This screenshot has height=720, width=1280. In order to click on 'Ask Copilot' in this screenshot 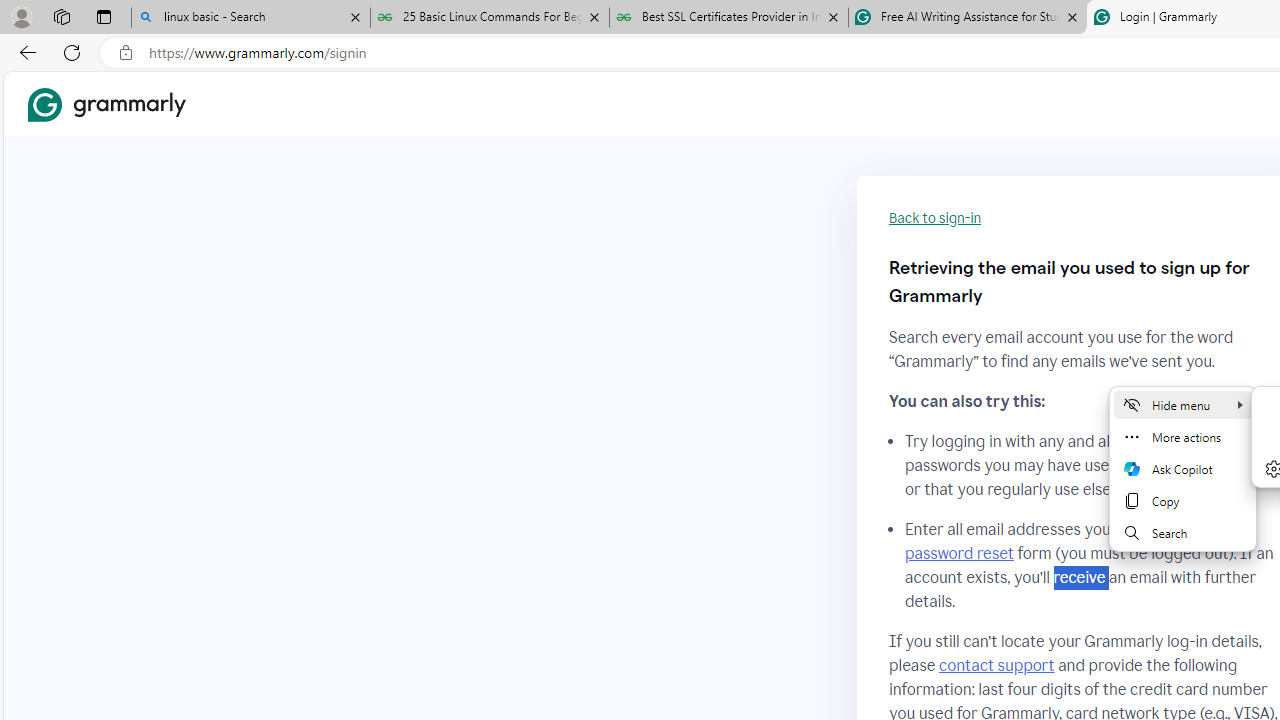, I will do `click(1182, 469)`.